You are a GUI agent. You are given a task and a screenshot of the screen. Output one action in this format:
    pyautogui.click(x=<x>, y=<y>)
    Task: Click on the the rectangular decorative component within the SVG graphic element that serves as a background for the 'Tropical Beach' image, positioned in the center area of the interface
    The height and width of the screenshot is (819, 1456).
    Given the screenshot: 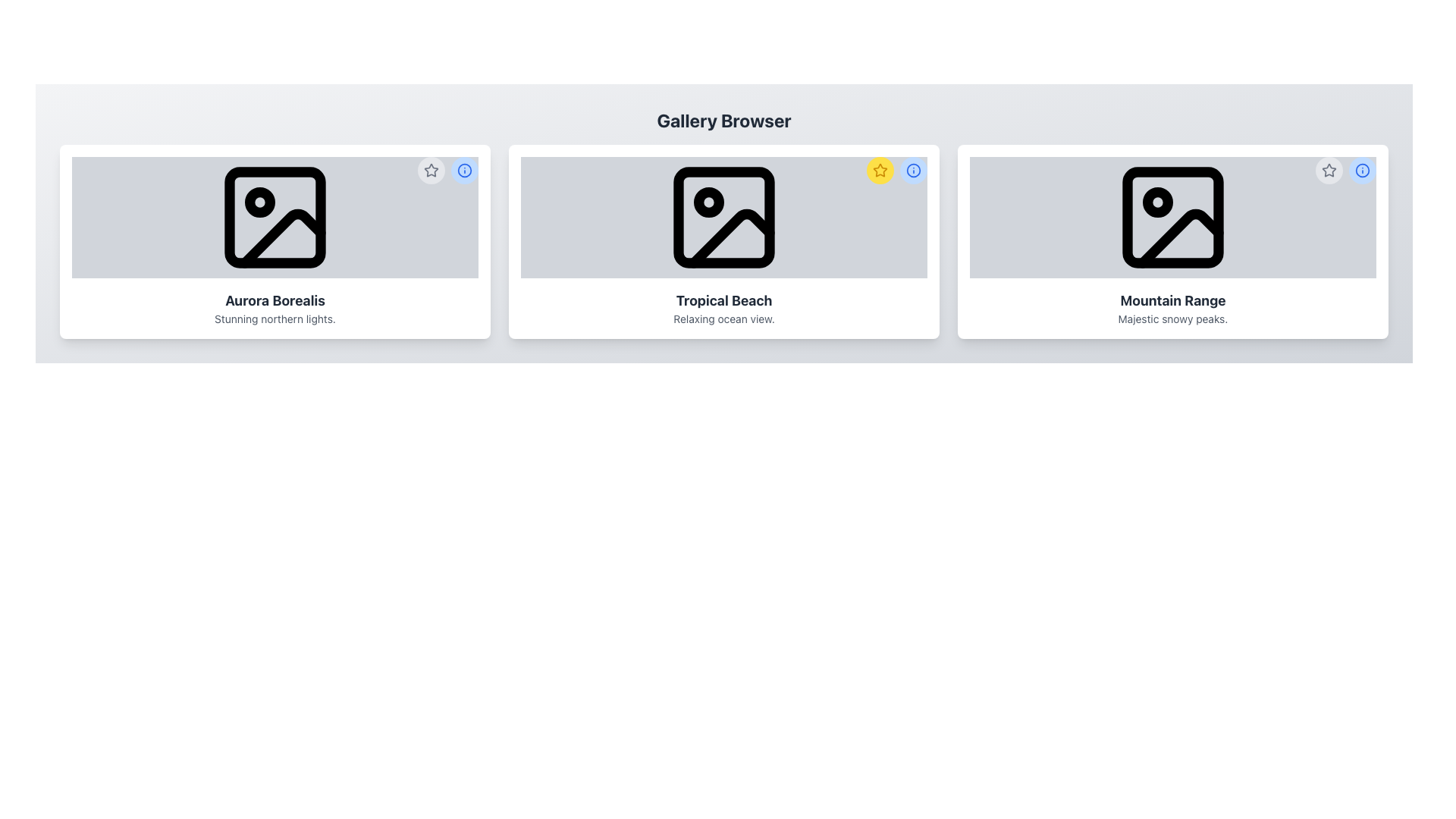 What is the action you would take?
    pyautogui.click(x=723, y=217)
    